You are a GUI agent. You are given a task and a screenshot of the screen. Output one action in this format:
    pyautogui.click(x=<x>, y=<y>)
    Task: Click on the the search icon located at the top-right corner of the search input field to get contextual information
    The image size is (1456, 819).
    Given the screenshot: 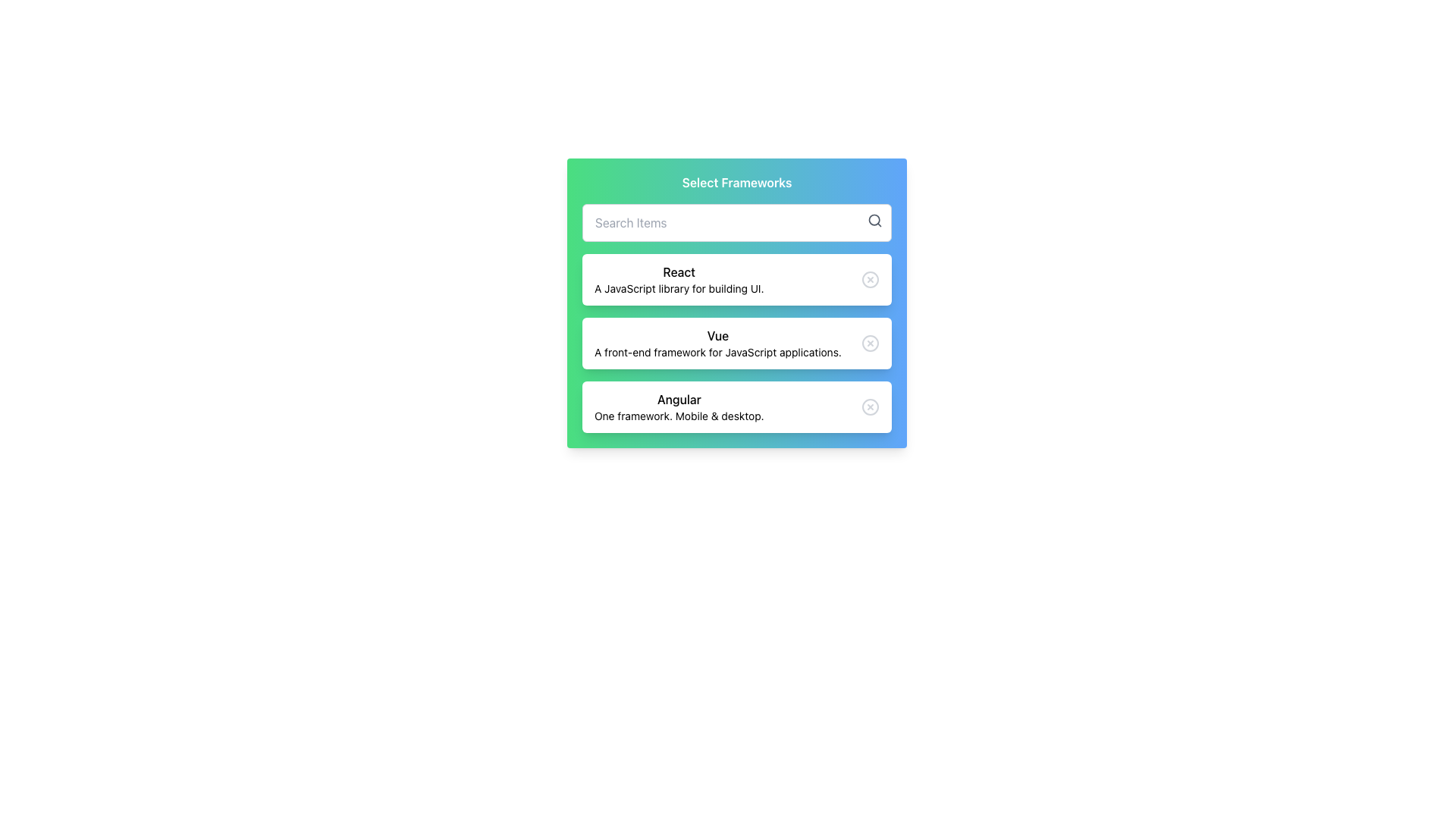 What is the action you would take?
    pyautogui.click(x=874, y=220)
    